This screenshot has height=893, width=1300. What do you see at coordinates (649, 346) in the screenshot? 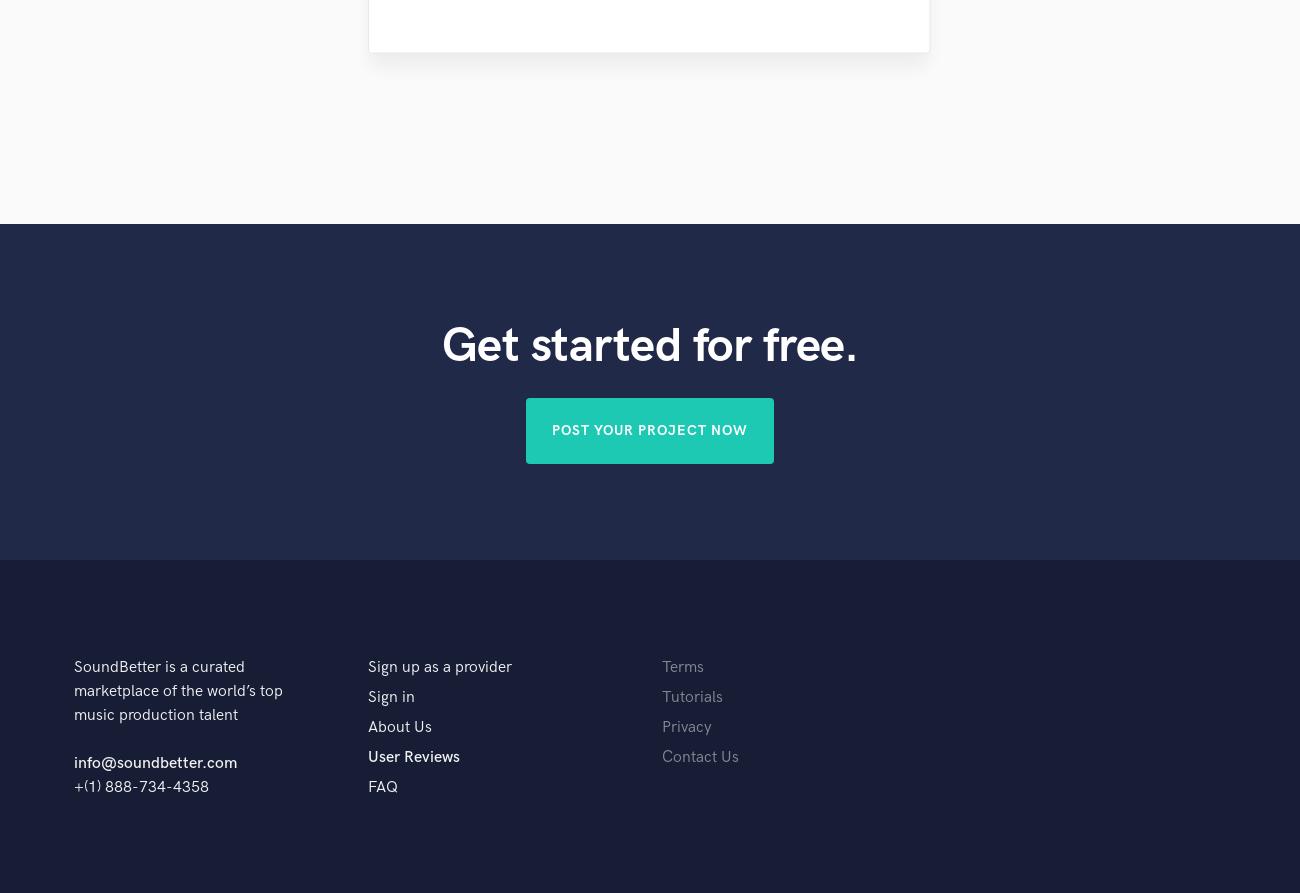
I see `'Get started for free.'` at bounding box center [649, 346].